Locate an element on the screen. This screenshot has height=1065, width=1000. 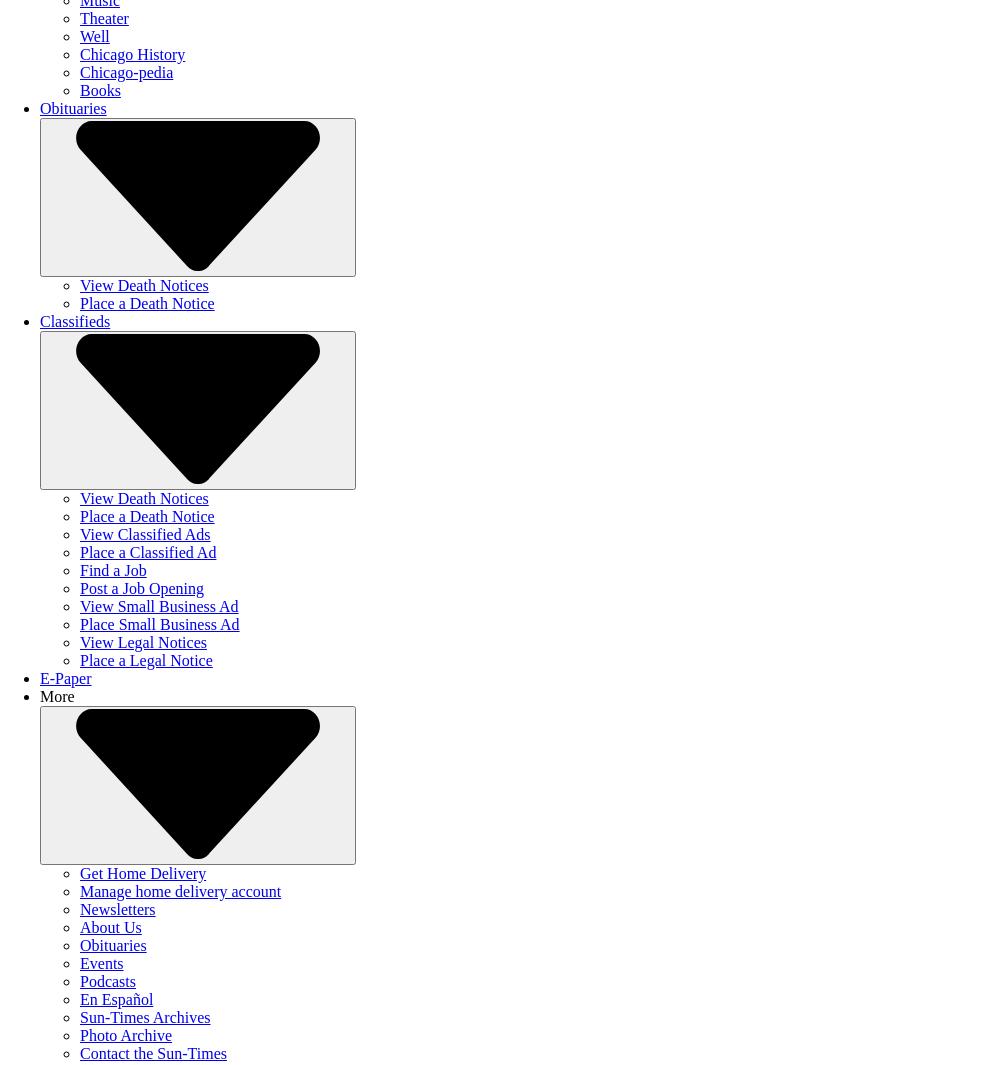
'Place a Legal Notice' is located at coordinates (146, 660).